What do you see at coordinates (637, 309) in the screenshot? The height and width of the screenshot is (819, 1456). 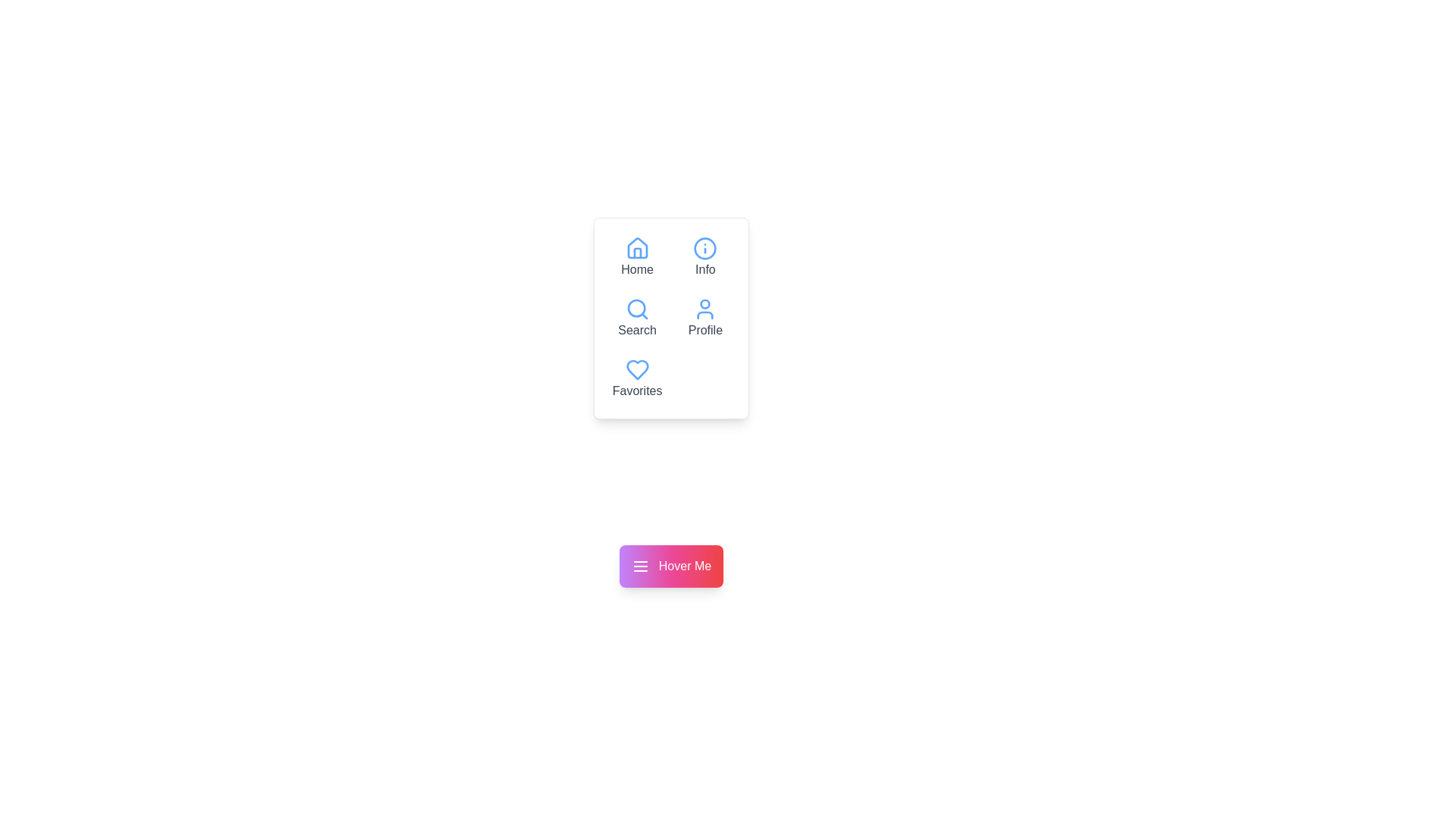 I see `the search icon located in the second row and first column of the grid layout` at bounding box center [637, 309].